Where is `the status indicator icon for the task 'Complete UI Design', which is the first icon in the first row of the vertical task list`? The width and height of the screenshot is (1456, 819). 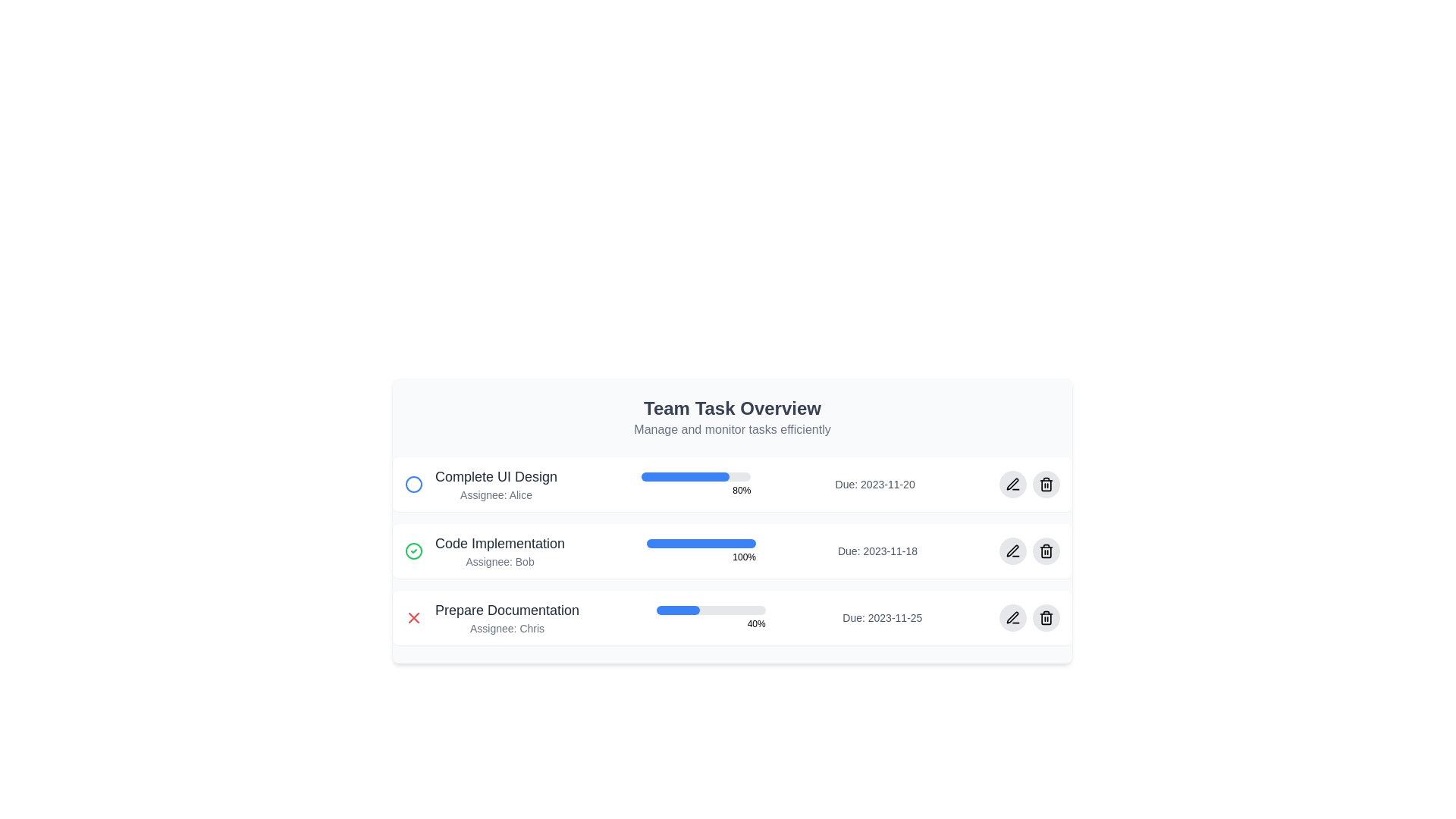 the status indicator icon for the task 'Complete UI Design', which is the first icon in the first row of the vertical task list is located at coordinates (414, 485).